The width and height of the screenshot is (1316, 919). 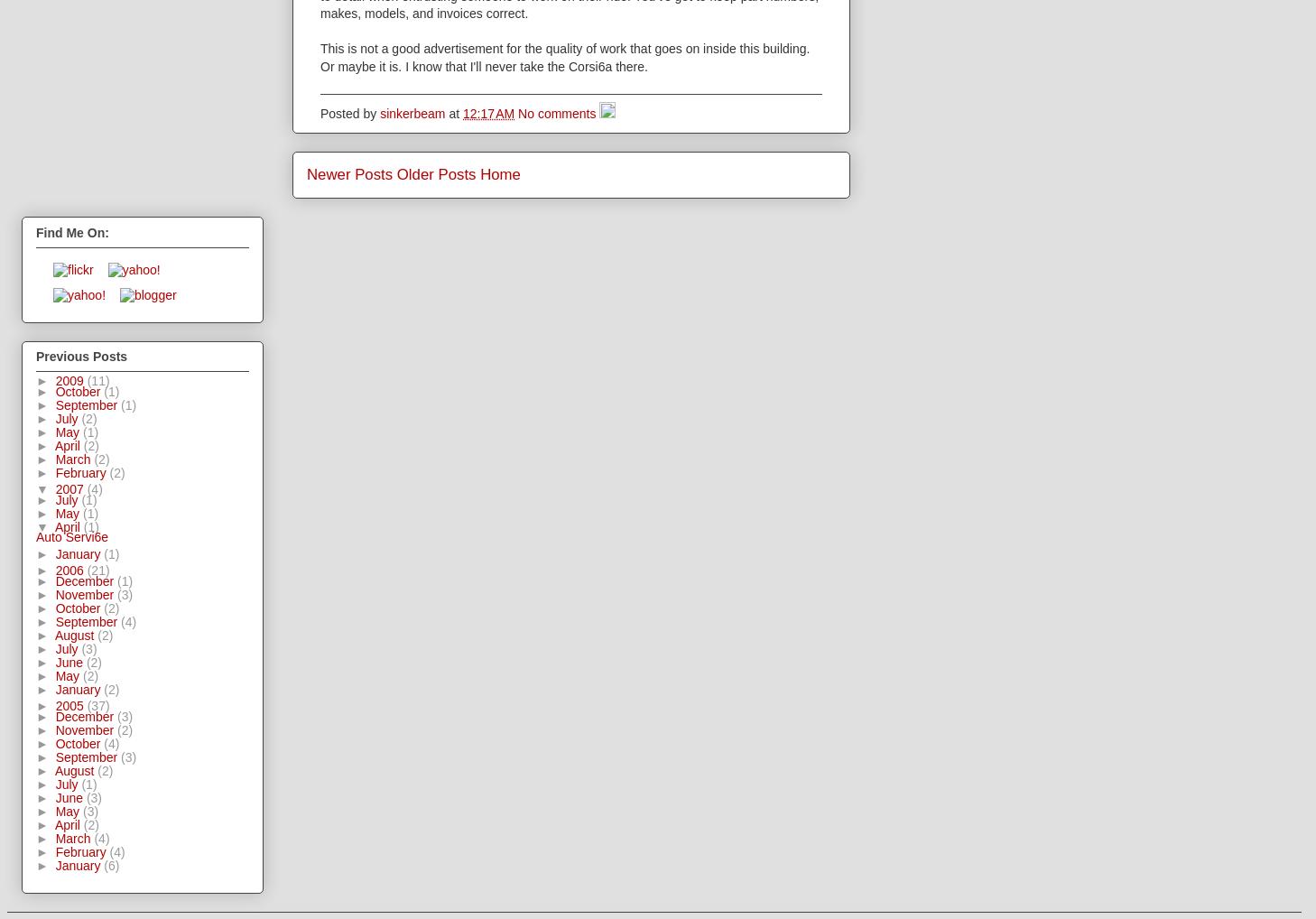 What do you see at coordinates (436, 174) in the screenshot?
I see `'Older Posts'` at bounding box center [436, 174].